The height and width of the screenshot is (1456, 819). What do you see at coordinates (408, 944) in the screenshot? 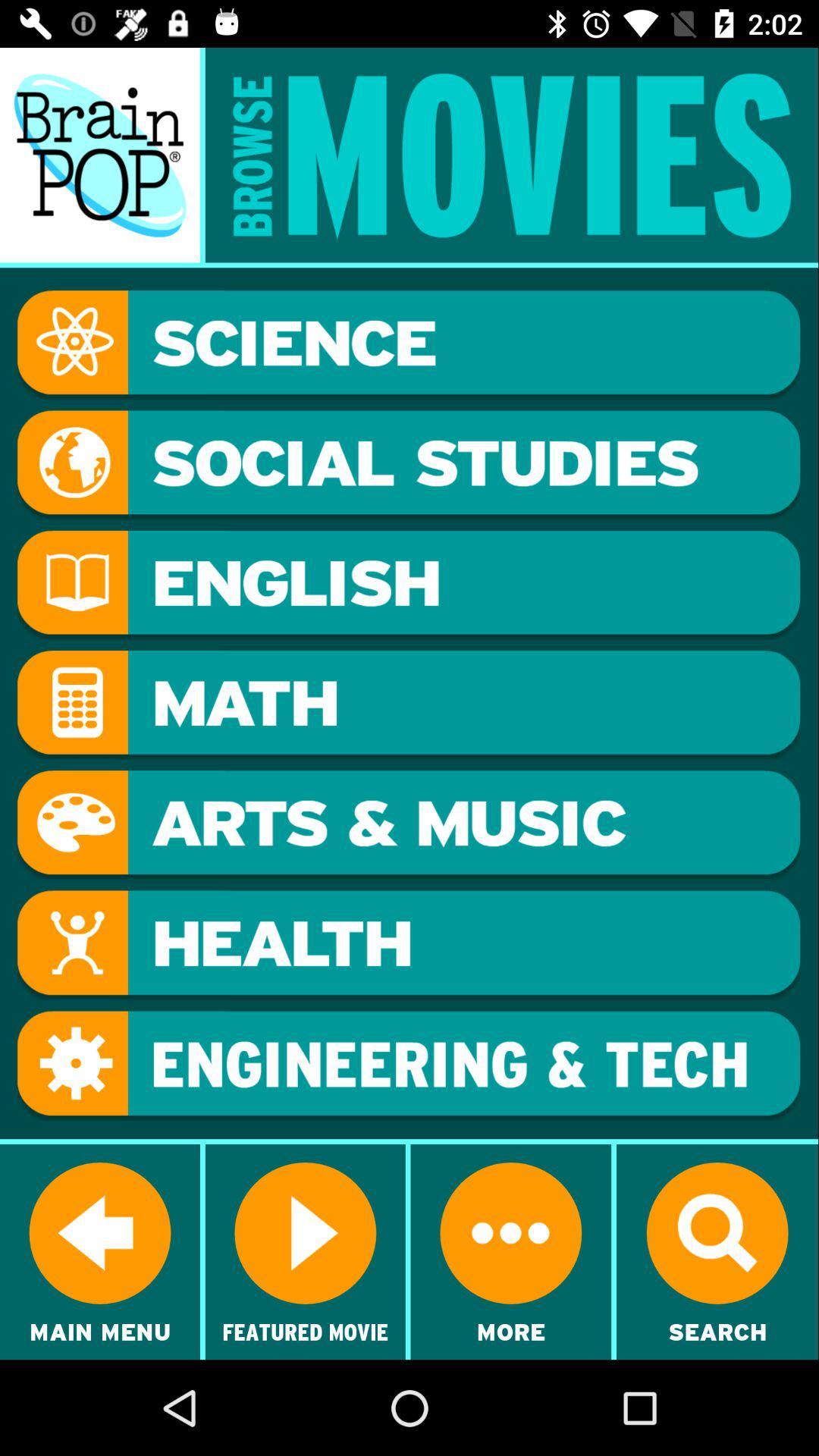
I see `health` at bounding box center [408, 944].